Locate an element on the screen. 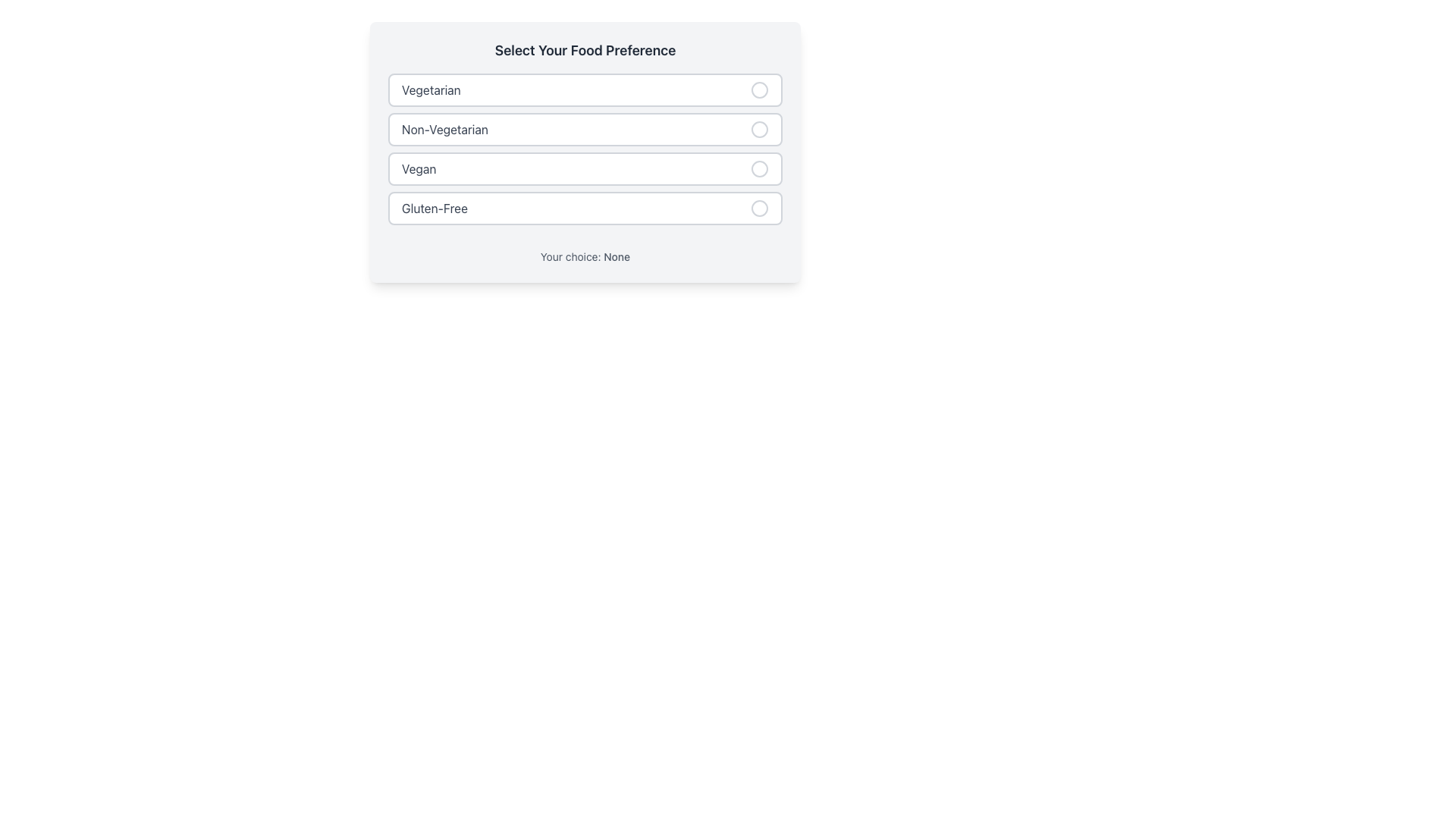 This screenshot has height=819, width=1456. the Text label that displays the currently selected choice, indicated as 'None', located below the 'Gluten-Free' option and aligned with the center of the panel is located at coordinates (585, 250).